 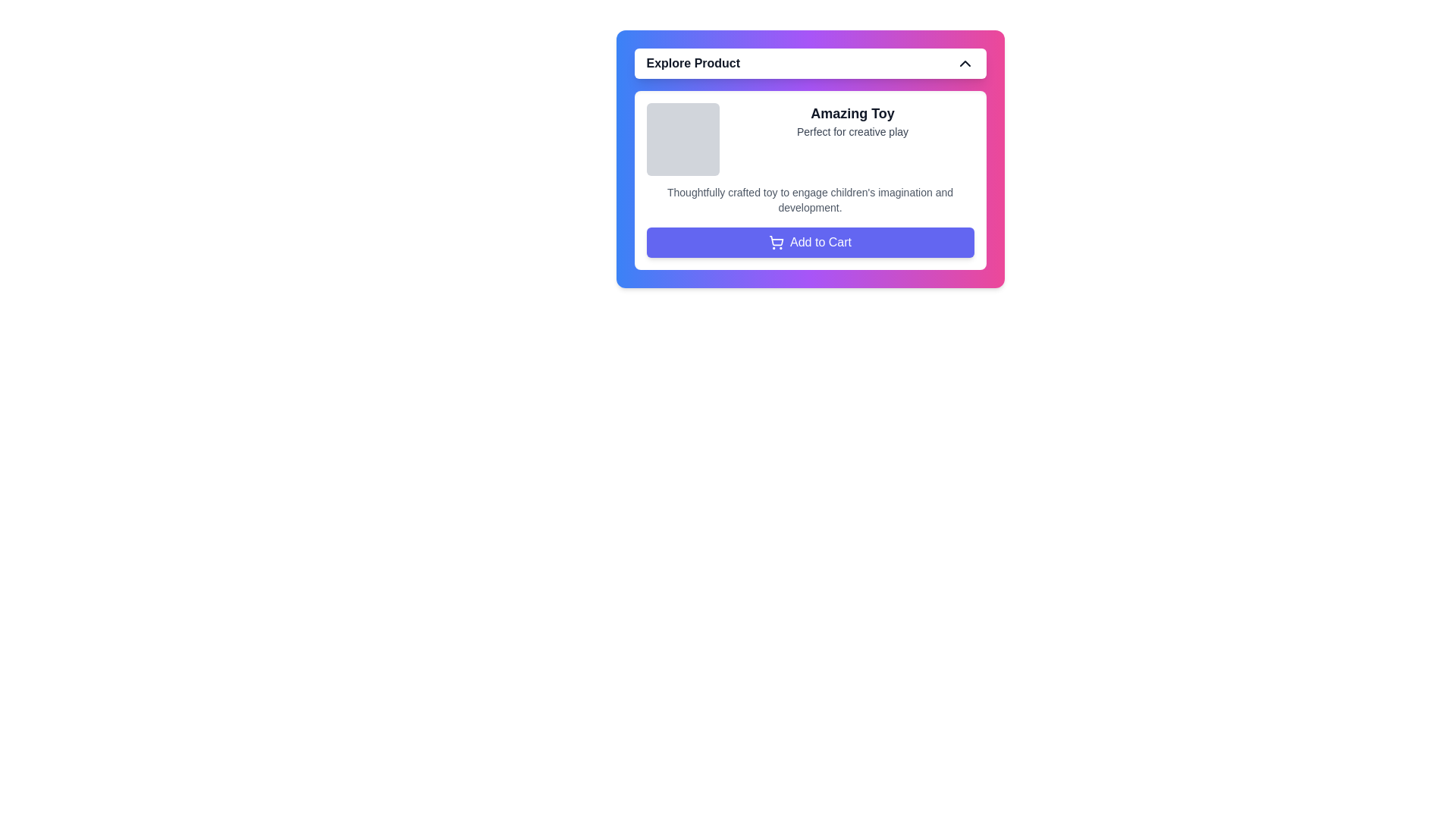 What do you see at coordinates (852, 140) in the screenshot?
I see `the text block displaying the product's title and subtitle, which is located in the upper right area of the card-like structure` at bounding box center [852, 140].